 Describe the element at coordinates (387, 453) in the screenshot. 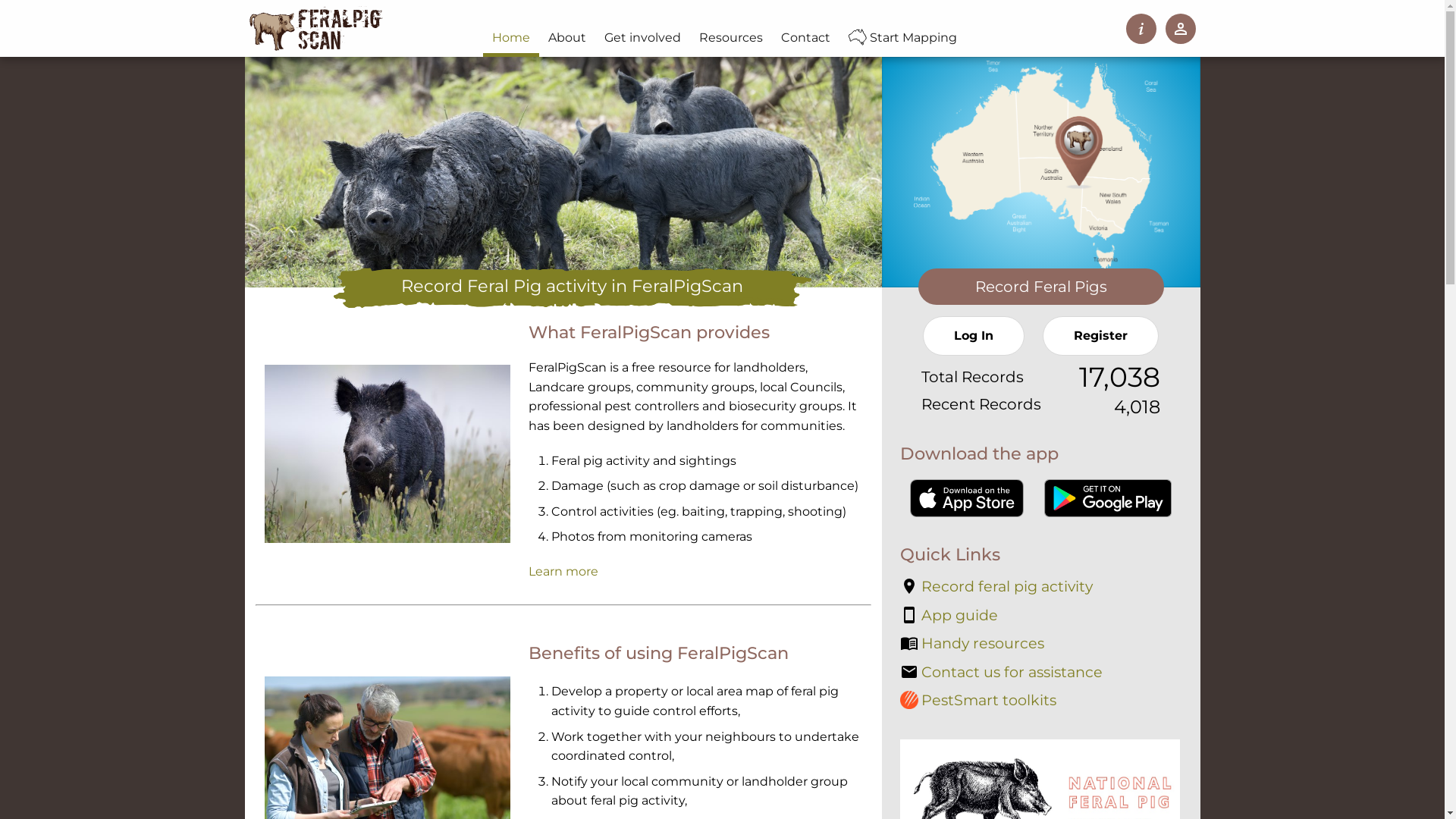

I see `'Record sightings or evidence of feral pigs. Source: B Jevtic'` at that location.